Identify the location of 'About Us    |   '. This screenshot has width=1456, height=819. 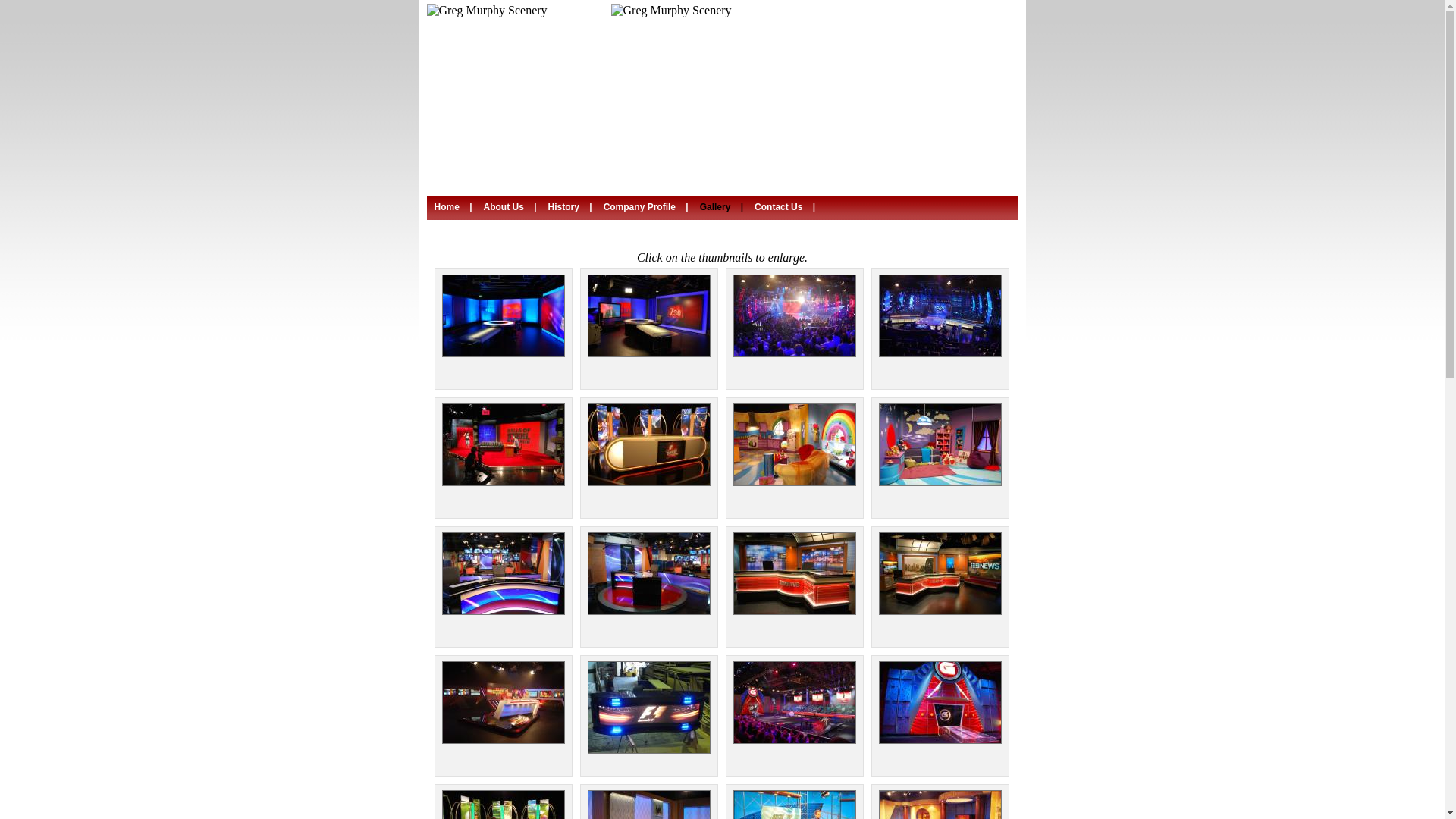
(512, 207).